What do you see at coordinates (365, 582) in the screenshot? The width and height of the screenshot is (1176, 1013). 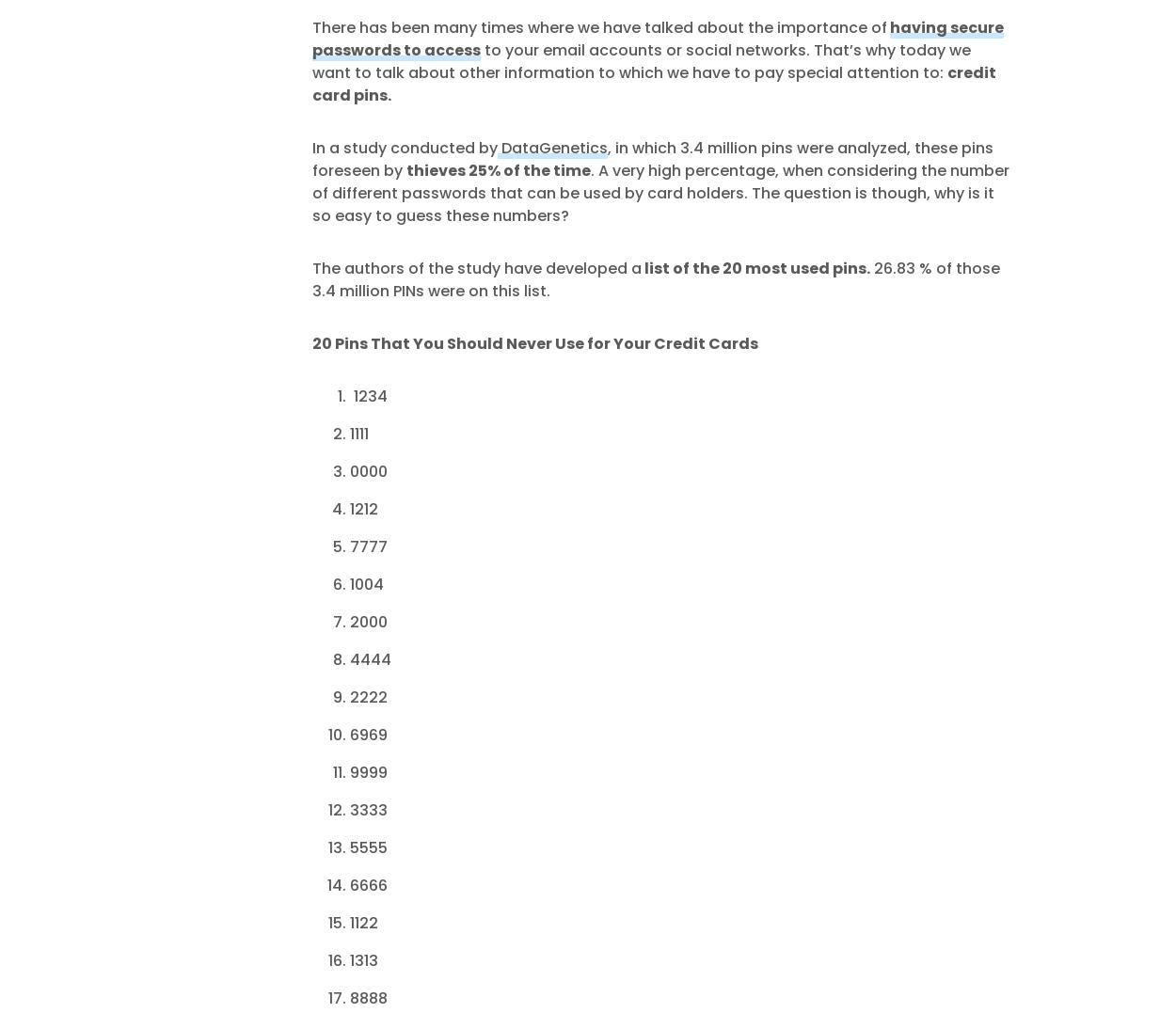 I see `'1004'` at bounding box center [365, 582].